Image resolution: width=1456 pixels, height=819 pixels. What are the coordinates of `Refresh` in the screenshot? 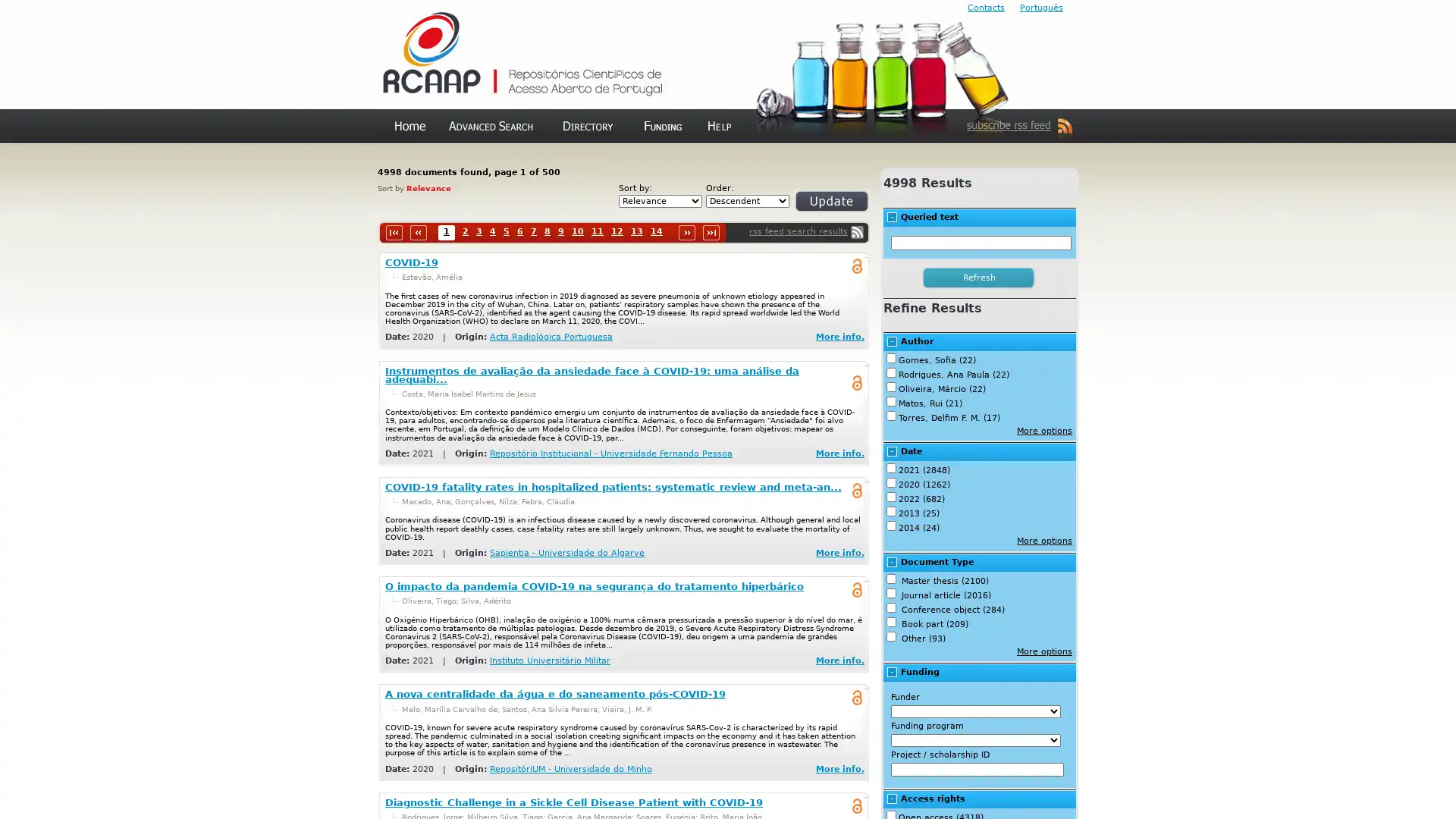 It's located at (979, 278).